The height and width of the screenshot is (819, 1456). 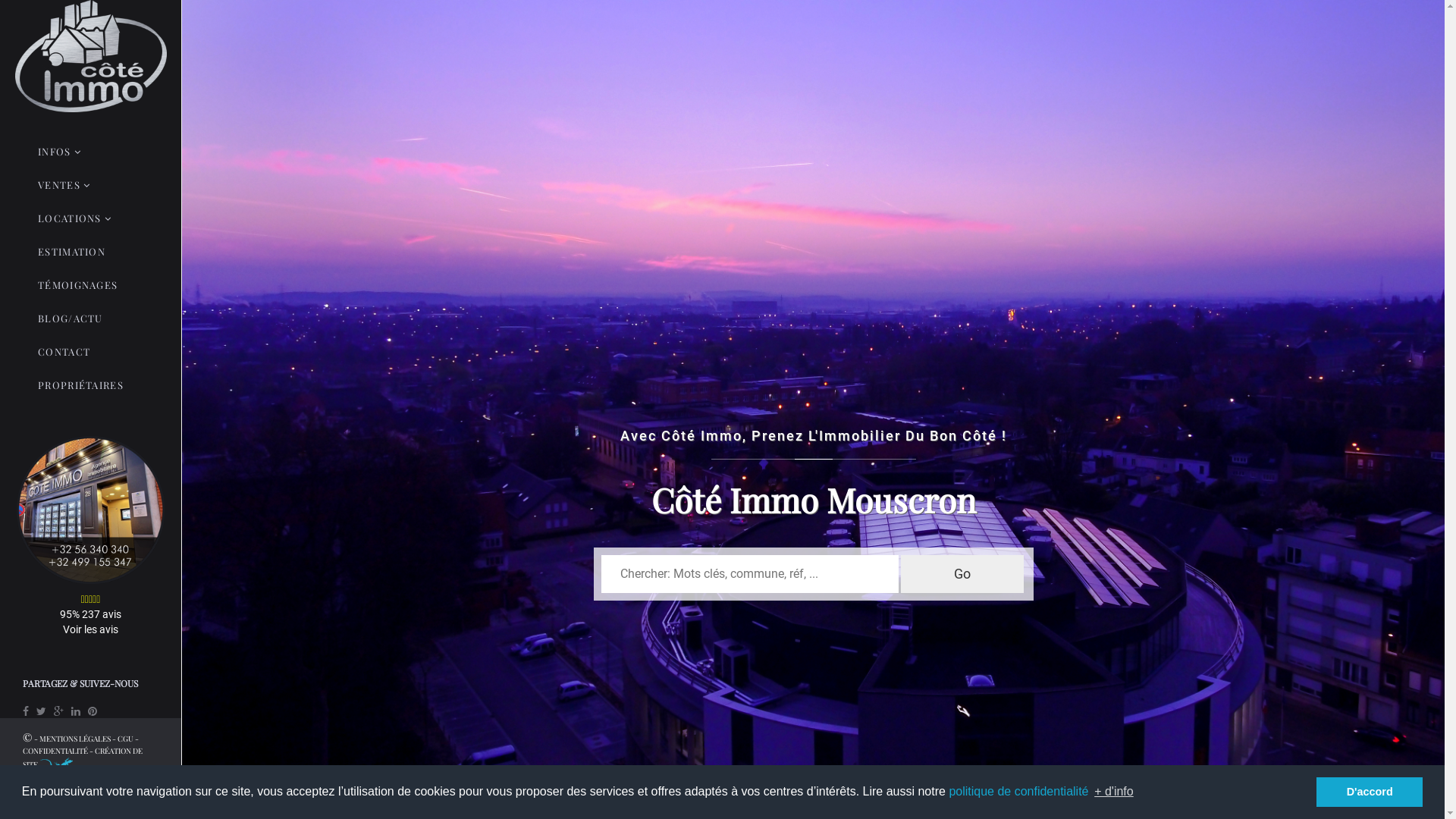 What do you see at coordinates (89, 629) in the screenshot?
I see `'Voir les avis'` at bounding box center [89, 629].